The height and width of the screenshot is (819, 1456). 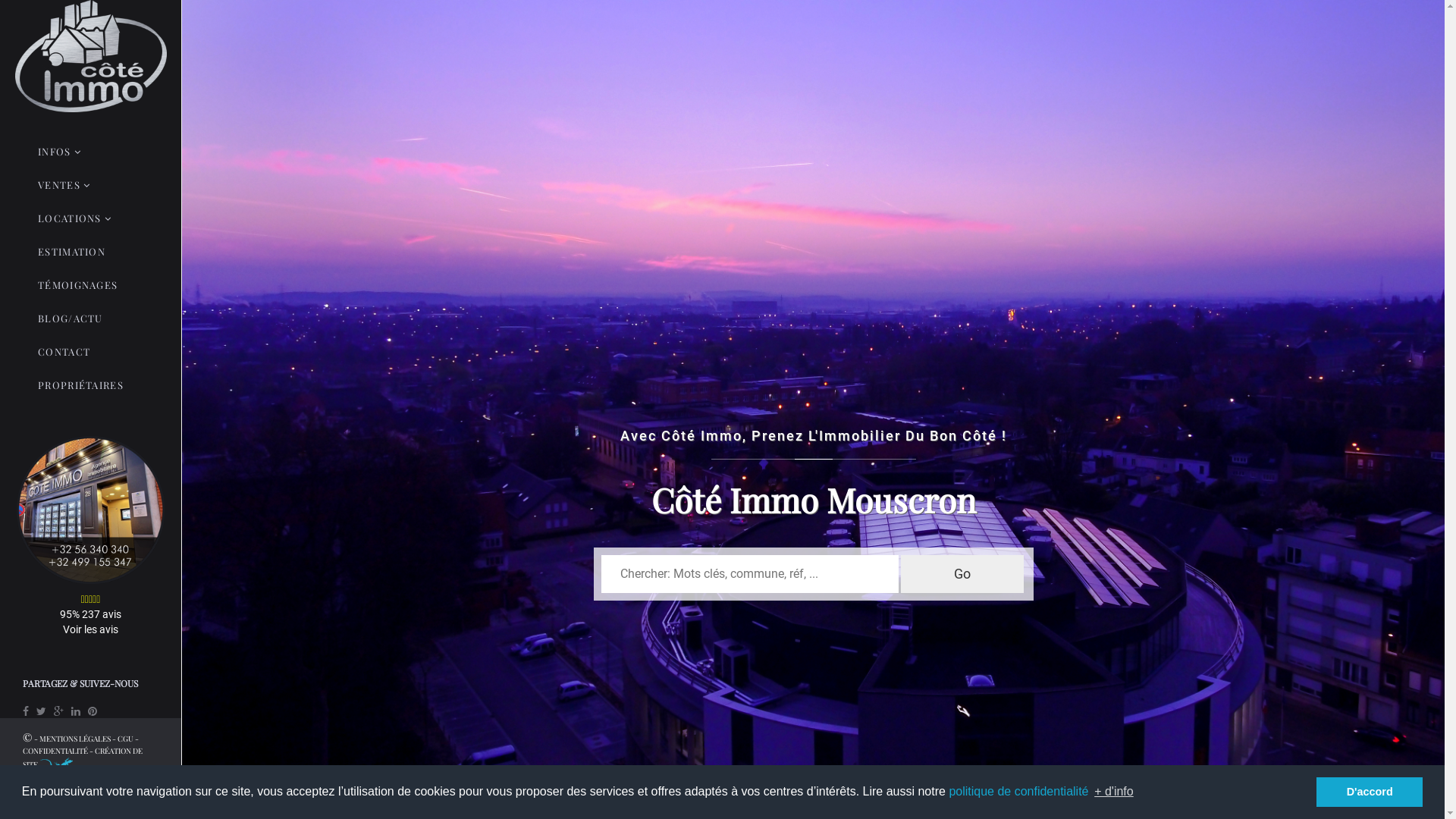 What do you see at coordinates (89, 629) in the screenshot?
I see `'Voir les avis'` at bounding box center [89, 629].